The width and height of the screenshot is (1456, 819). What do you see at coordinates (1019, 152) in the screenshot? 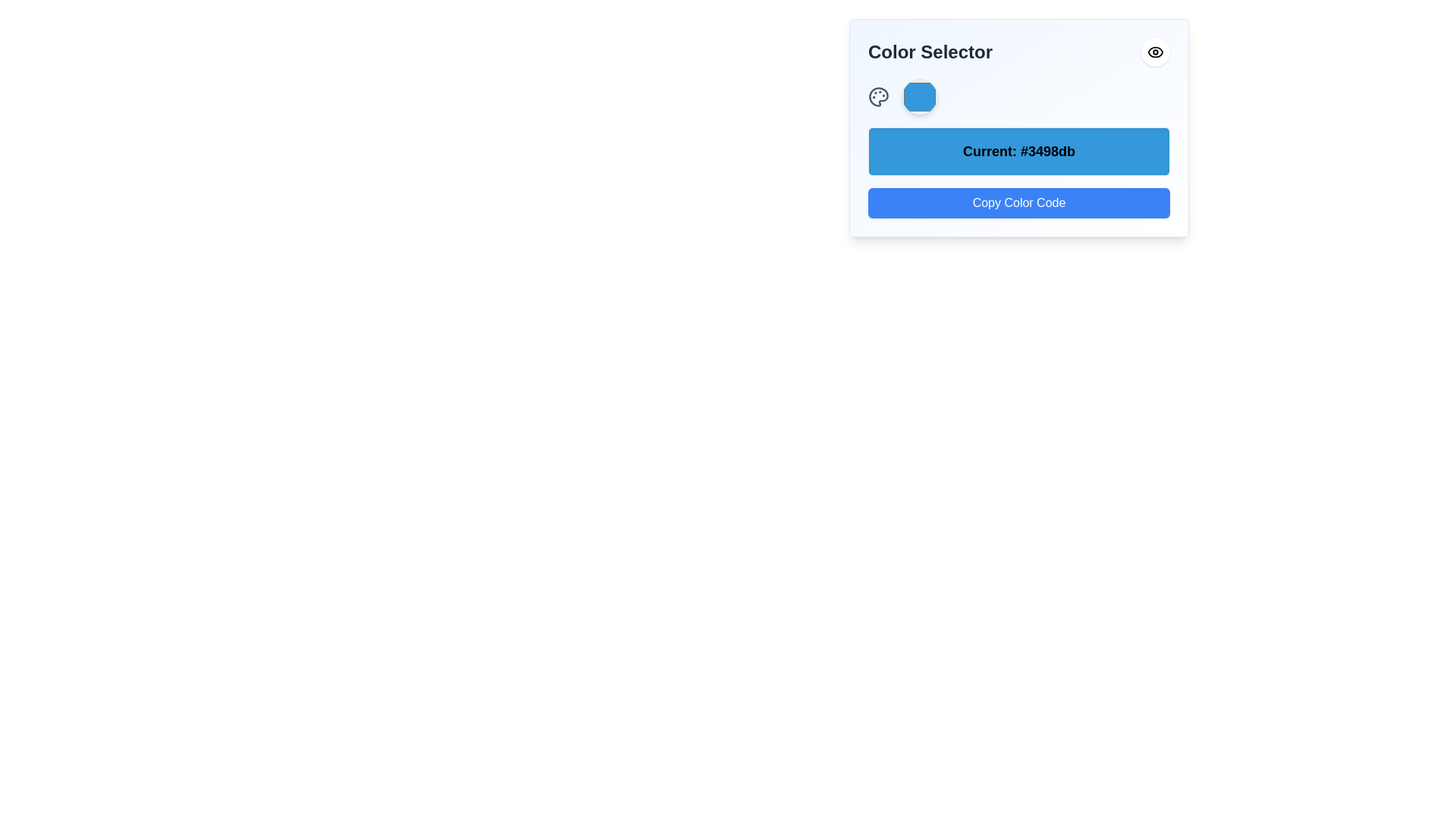
I see `the text label displaying 'Current: #3498db', which is bold and black on a blue background, located below the 'Color Selector' header and above the 'Copy Color Code' button` at bounding box center [1019, 152].